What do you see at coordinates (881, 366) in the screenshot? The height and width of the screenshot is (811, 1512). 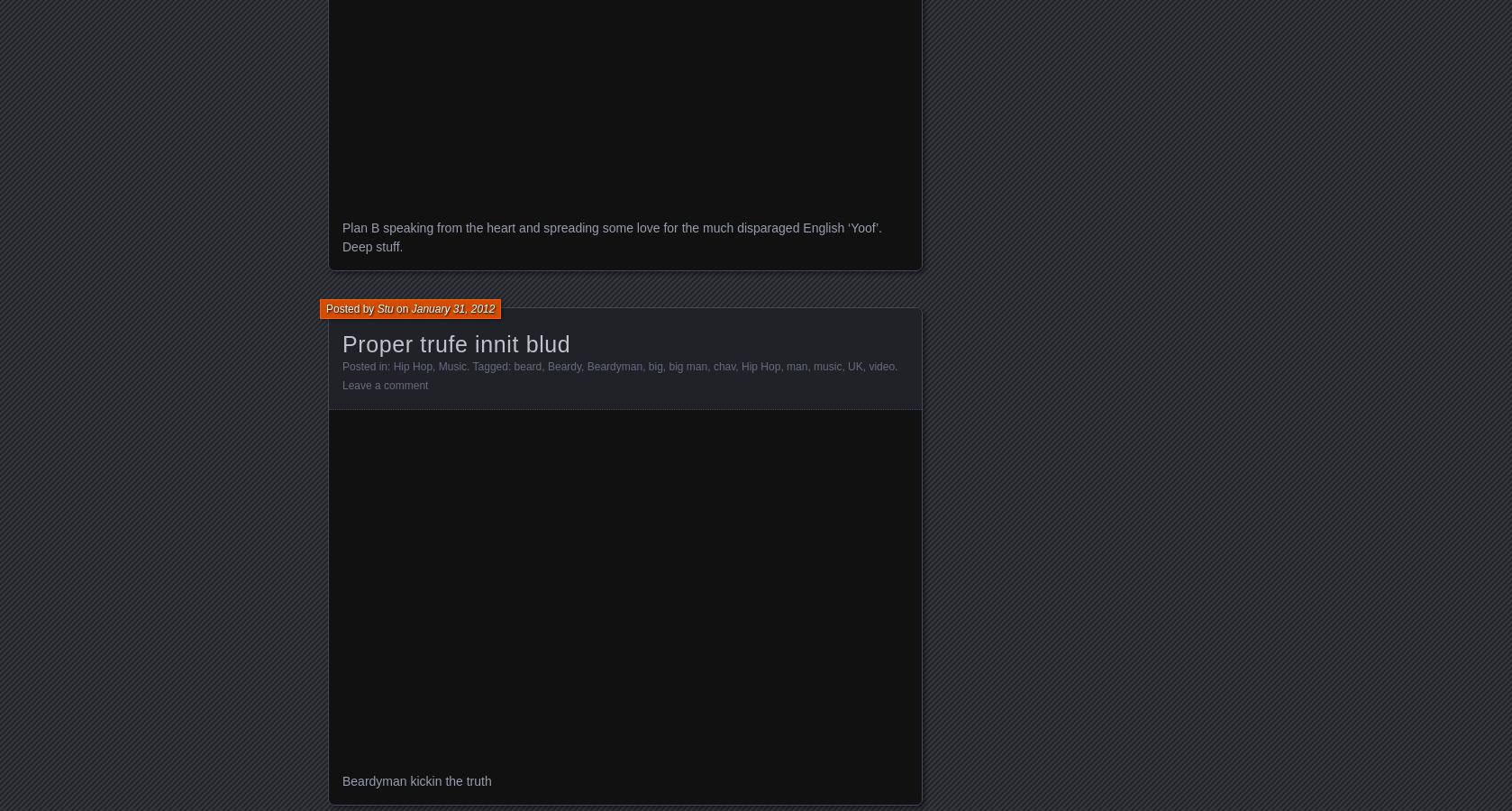 I see `'video'` at bounding box center [881, 366].